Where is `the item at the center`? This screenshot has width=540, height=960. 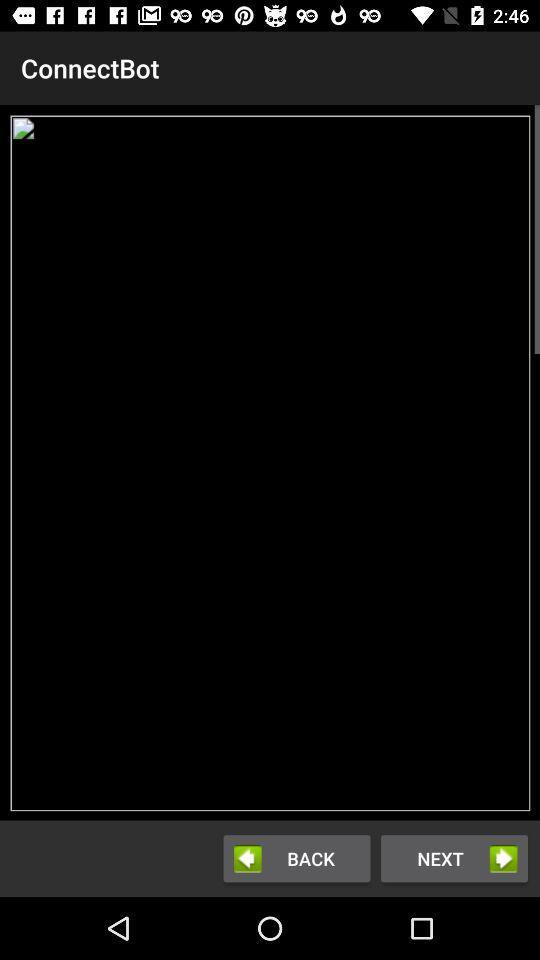 the item at the center is located at coordinates (270, 462).